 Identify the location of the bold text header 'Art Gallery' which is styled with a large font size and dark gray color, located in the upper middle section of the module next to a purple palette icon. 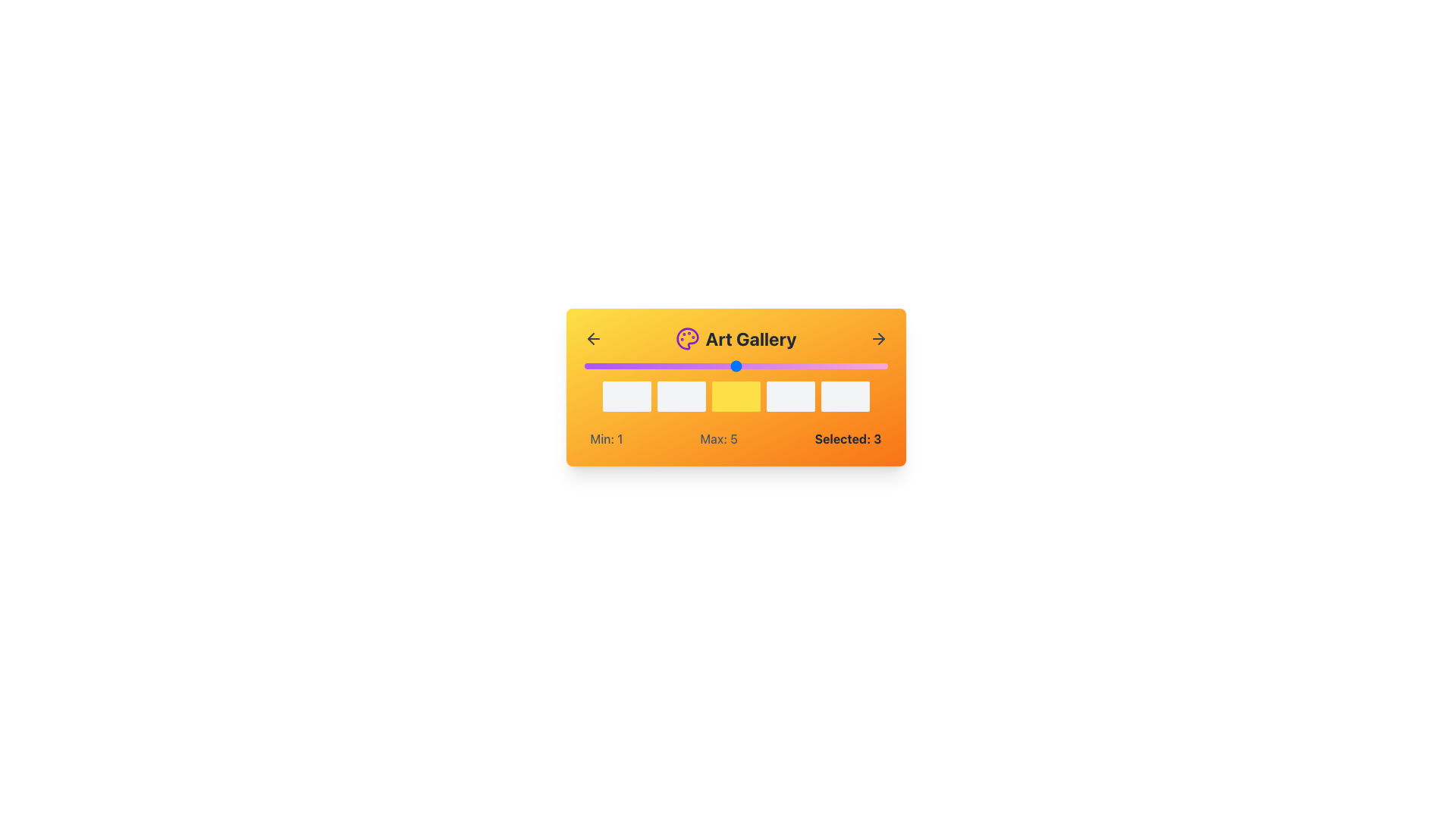
(736, 338).